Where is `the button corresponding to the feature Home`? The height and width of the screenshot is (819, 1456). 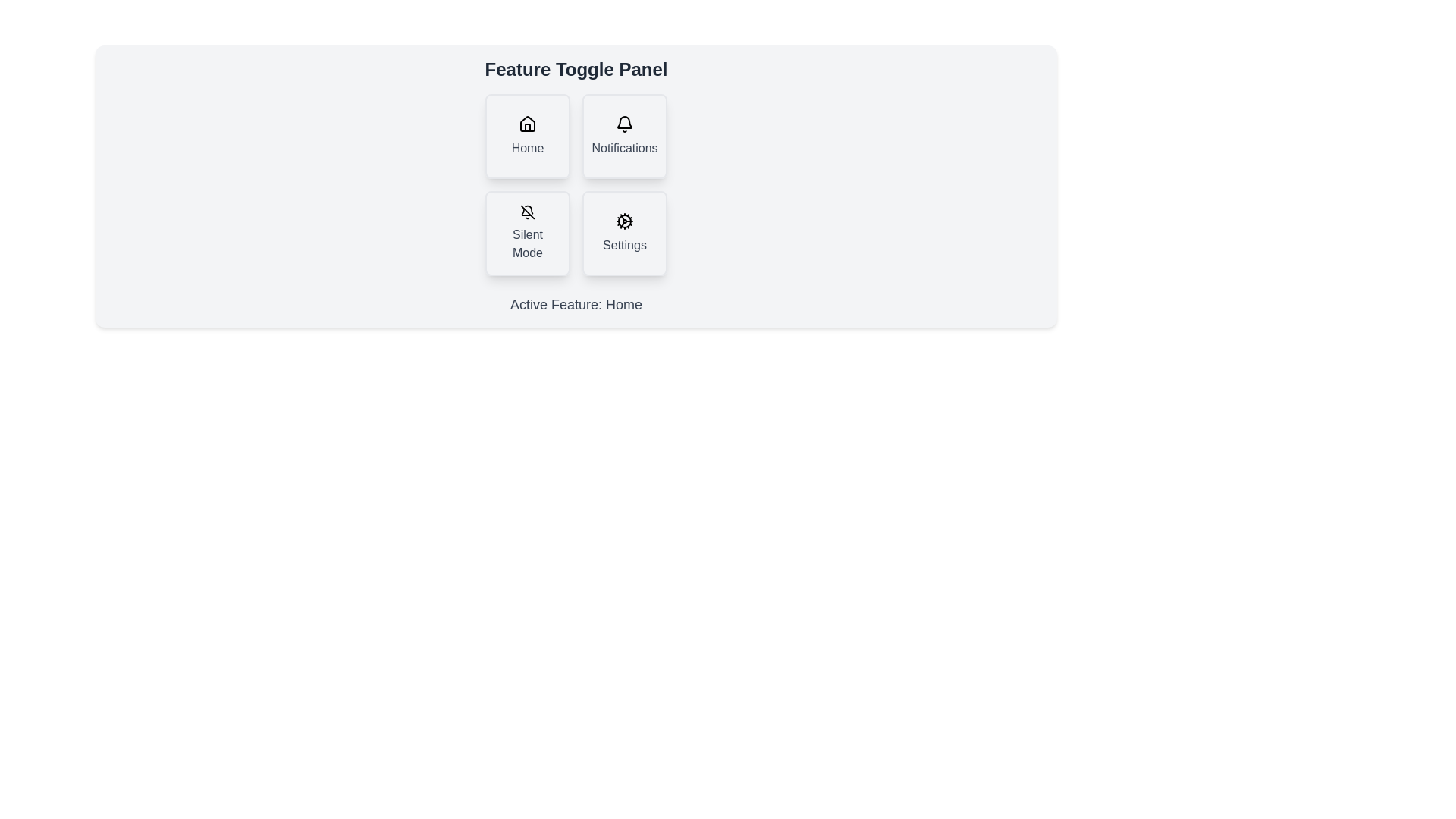
the button corresponding to the feature Home is located at coordinates (528, 136).